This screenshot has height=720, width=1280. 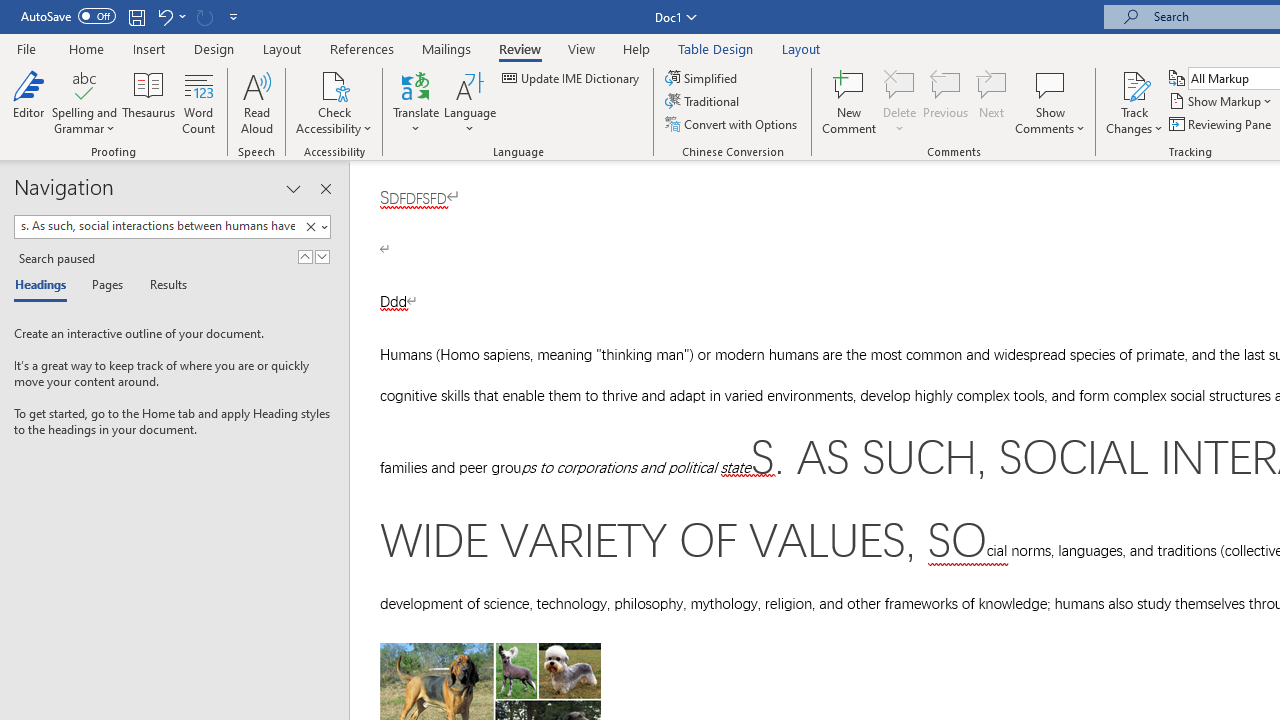 What do you see at coordinates (1049, 84) in the screenshot?
I see `'Show Comments'` at bounding box center [1049, 84].